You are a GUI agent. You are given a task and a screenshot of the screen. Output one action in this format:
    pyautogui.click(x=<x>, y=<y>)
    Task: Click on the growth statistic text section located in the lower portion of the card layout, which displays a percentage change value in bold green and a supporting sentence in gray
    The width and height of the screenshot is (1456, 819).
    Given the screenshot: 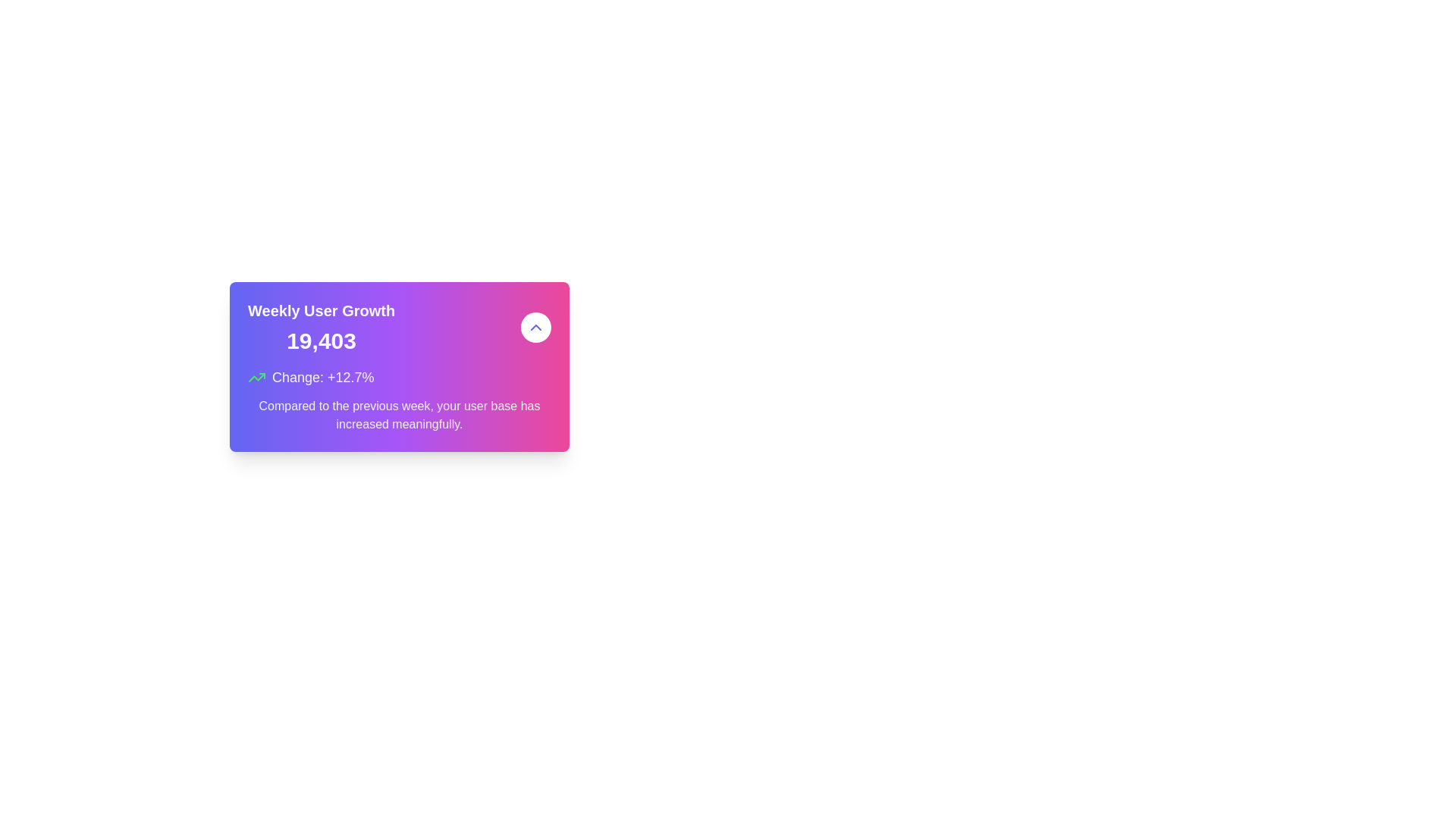 What is the action you would take?
    pyautogui.click(x=400, y=400)
    